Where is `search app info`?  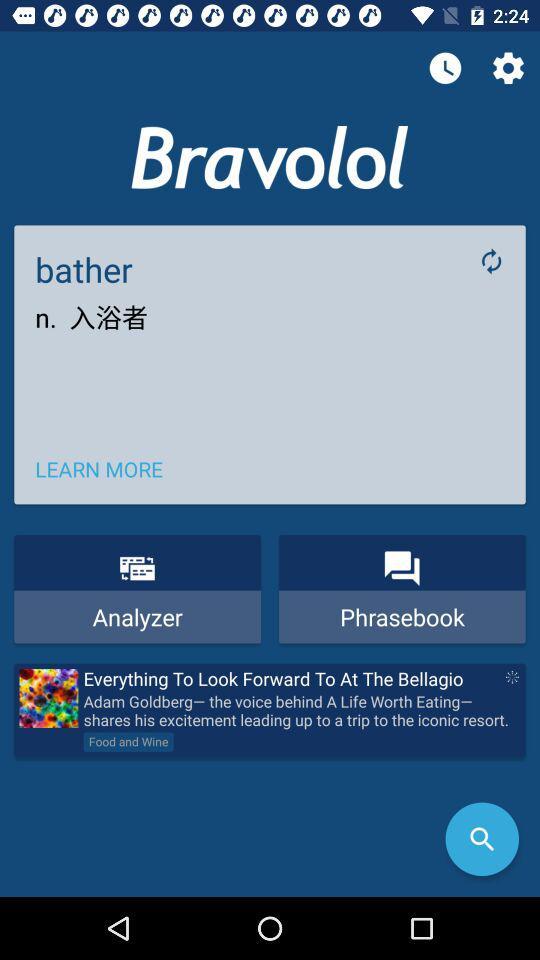 search app info is located at coordinates (481, 839).